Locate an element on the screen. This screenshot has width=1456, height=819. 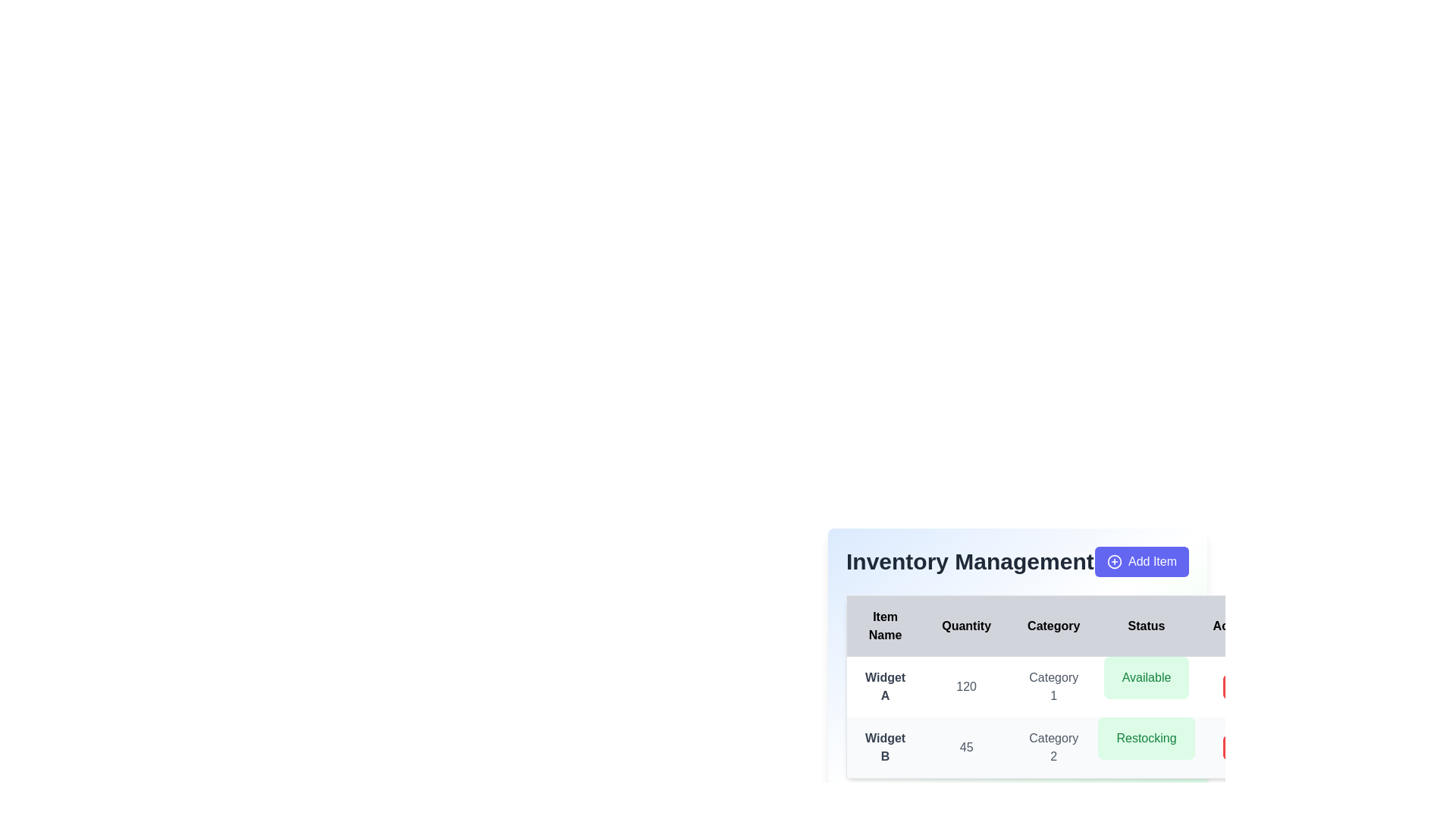
the header cell labeled 'Quantity' in the Inventory Management table, which is the second cell from the left, displaying bold black text on a gray background is located at coordinates (965, 626).